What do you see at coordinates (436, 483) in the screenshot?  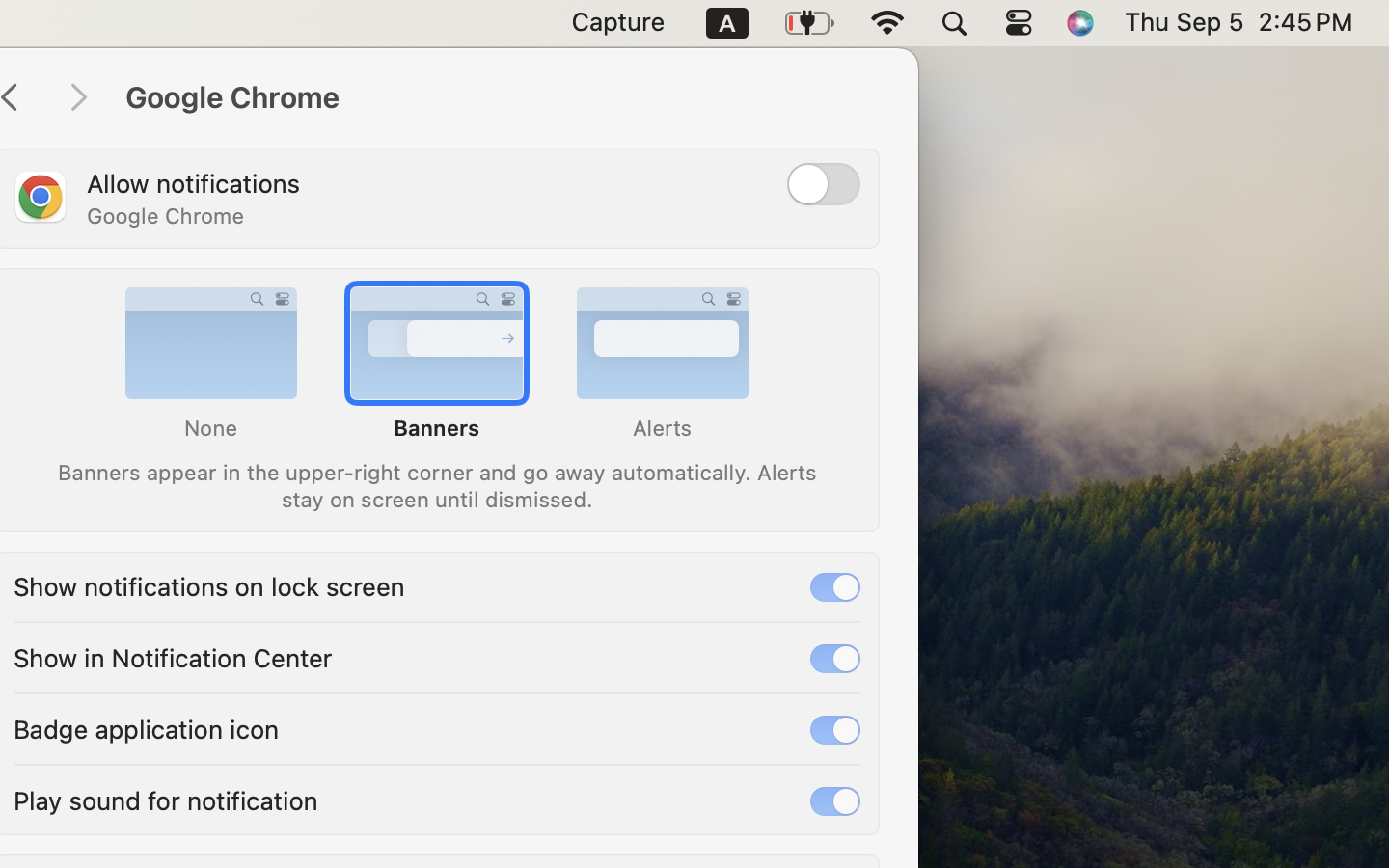 I see `'Banners appear in the upper-right corner and go away automatically. Alerts stay on screen until dismissed.'` at bounding box center [436, 483].